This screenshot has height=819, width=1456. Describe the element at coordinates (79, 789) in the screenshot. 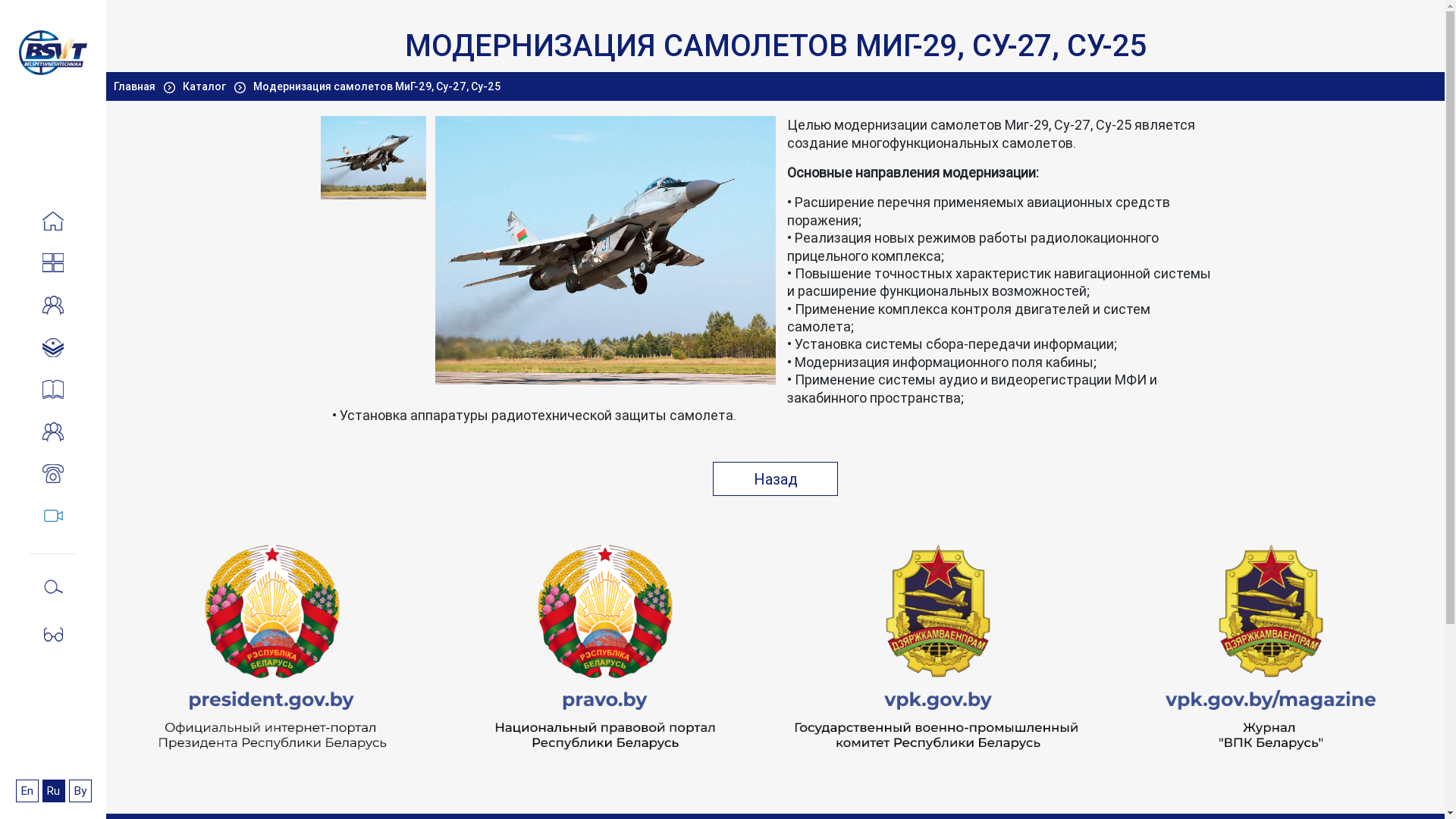

I see `'By'` at that location.